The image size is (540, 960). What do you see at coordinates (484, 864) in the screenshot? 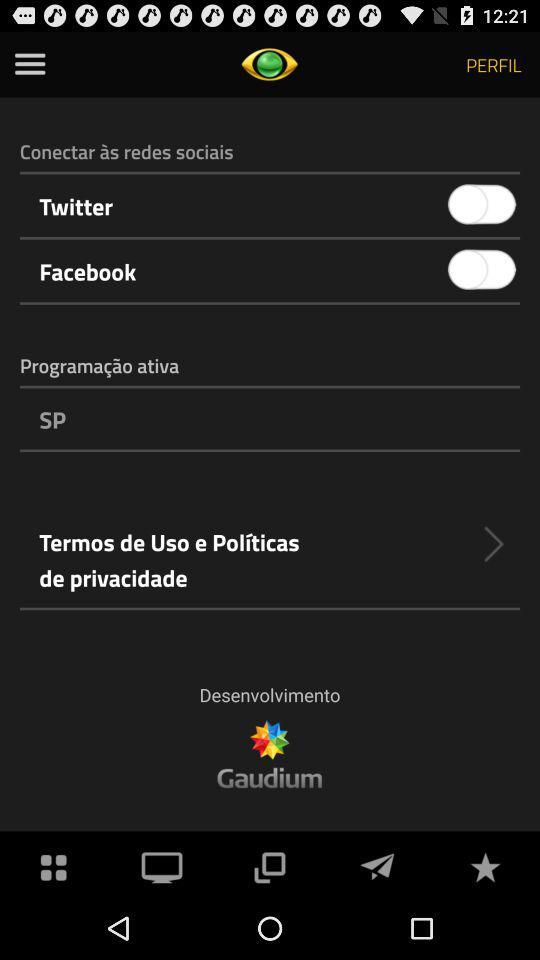
I see `star` at bounding box center [484, 864].